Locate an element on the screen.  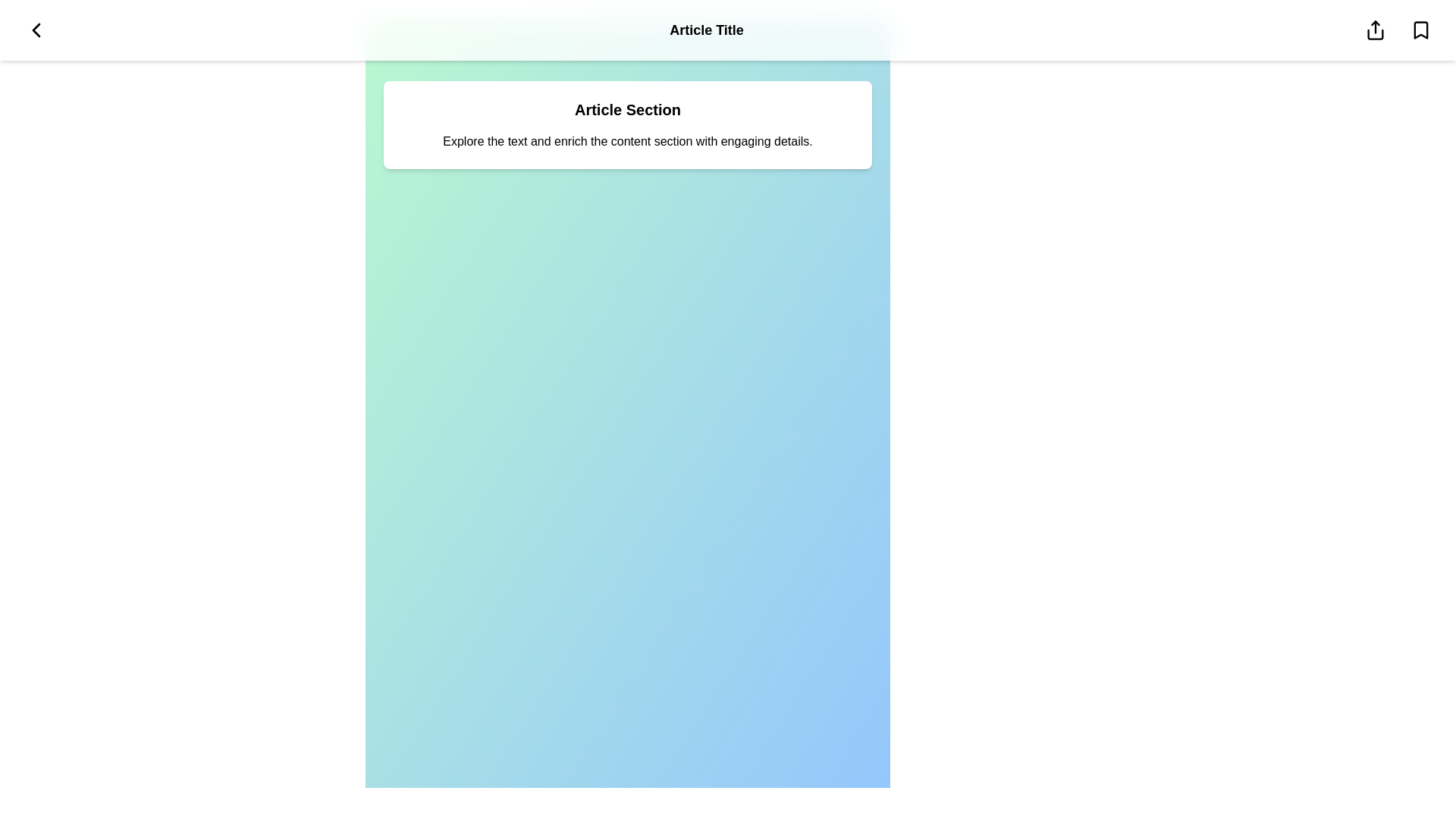
the back button to navigate to the previous screen is located at coordinates (36, 30).